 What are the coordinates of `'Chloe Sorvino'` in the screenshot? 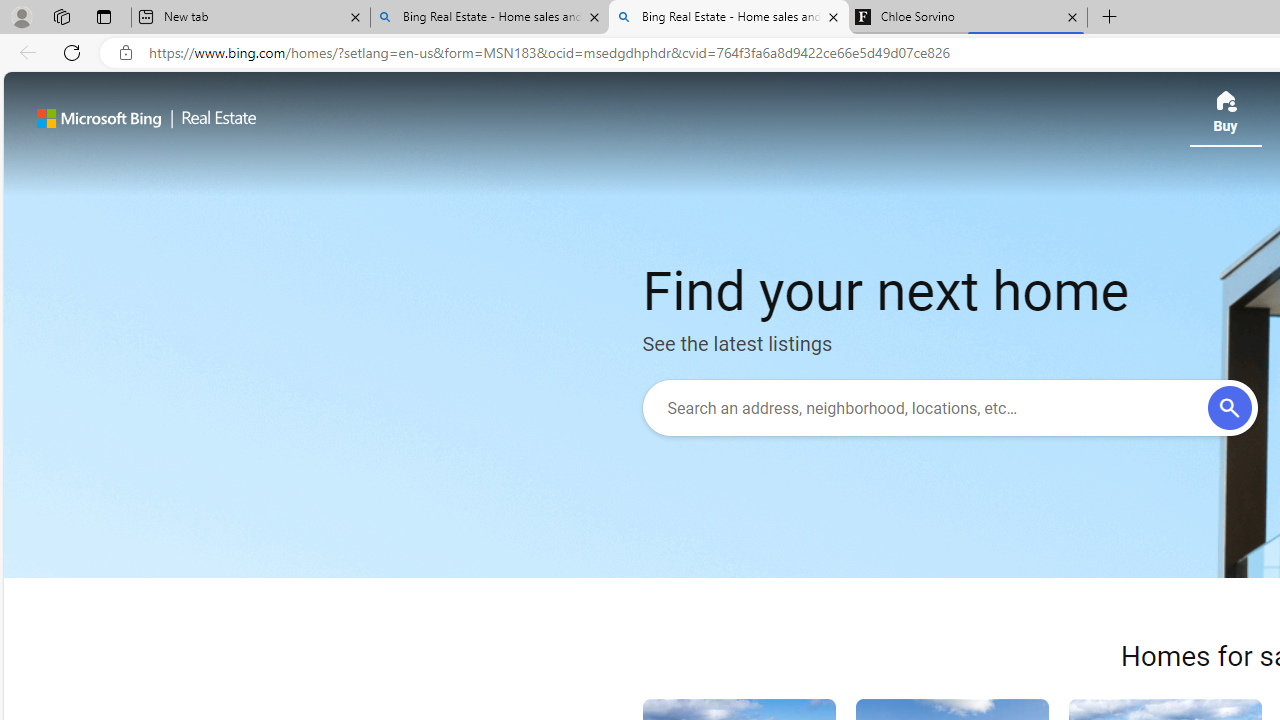 It's located at (967, 17).